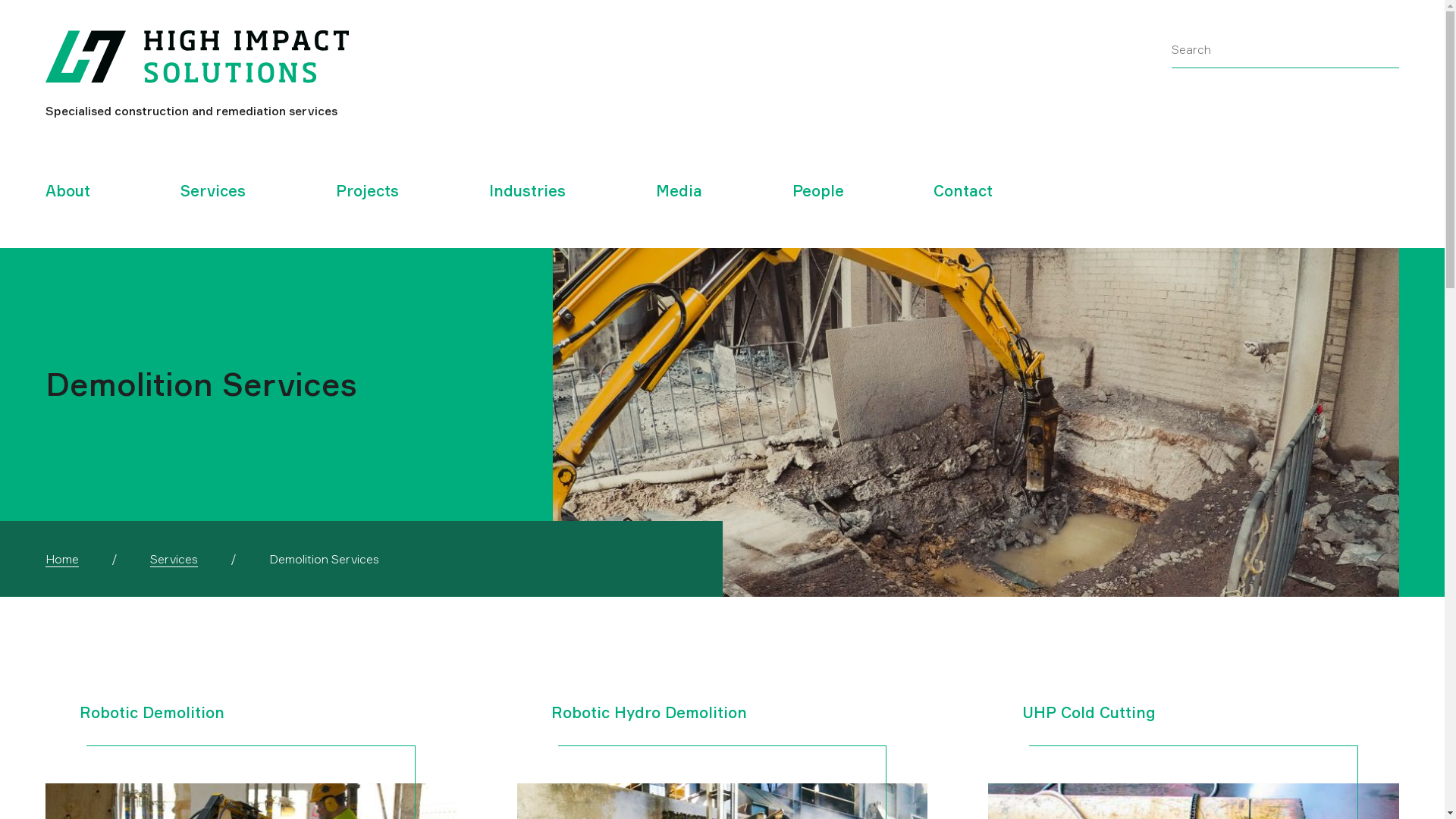  What do you see at coordinates (67, 190) in the screenshot?
I see `'About'` at bounding box center [67, 190].